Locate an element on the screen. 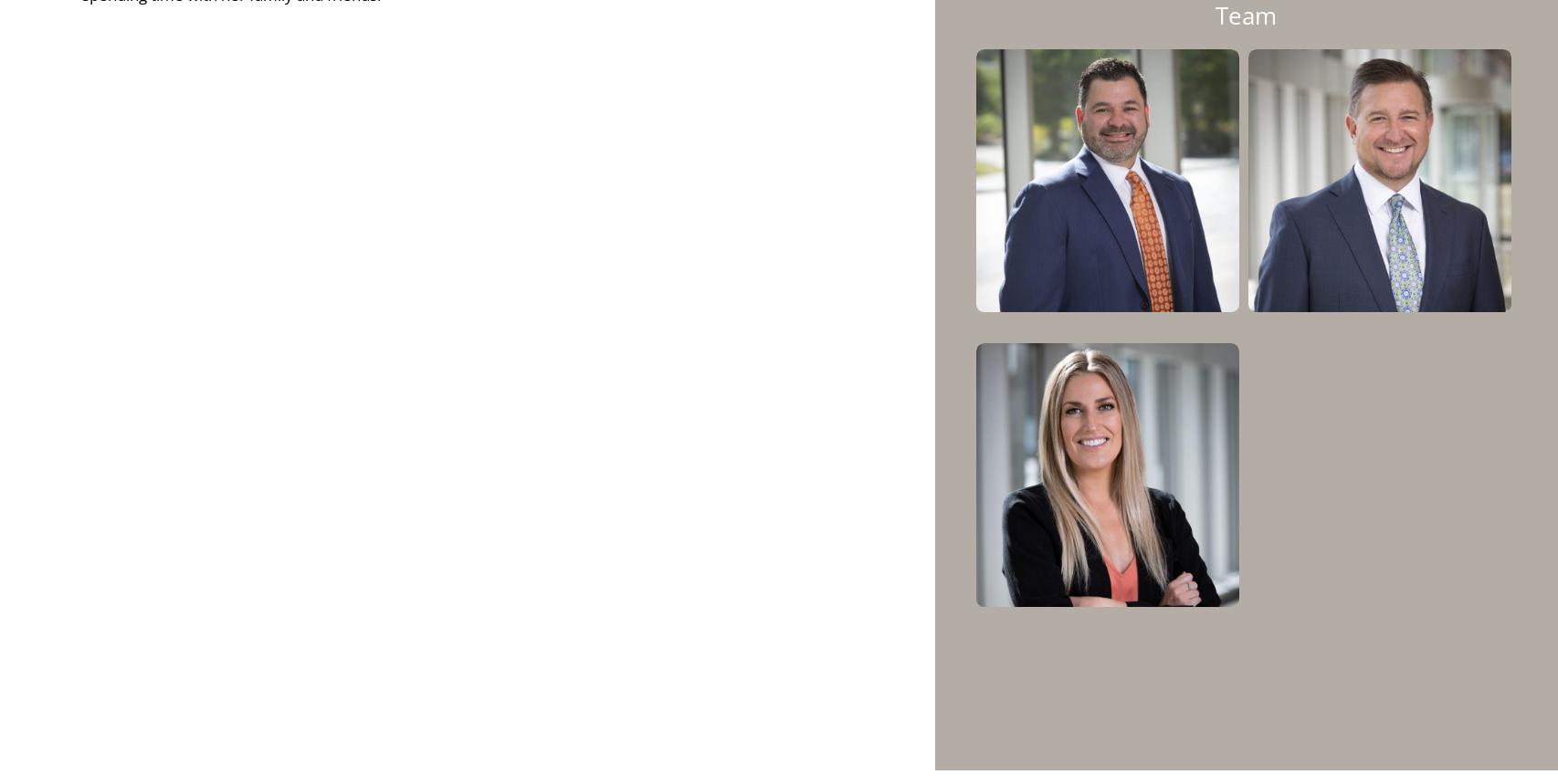 This screenshot has height=784, width=1558. 'Stay Informed' is located at coordinates (514, 701).